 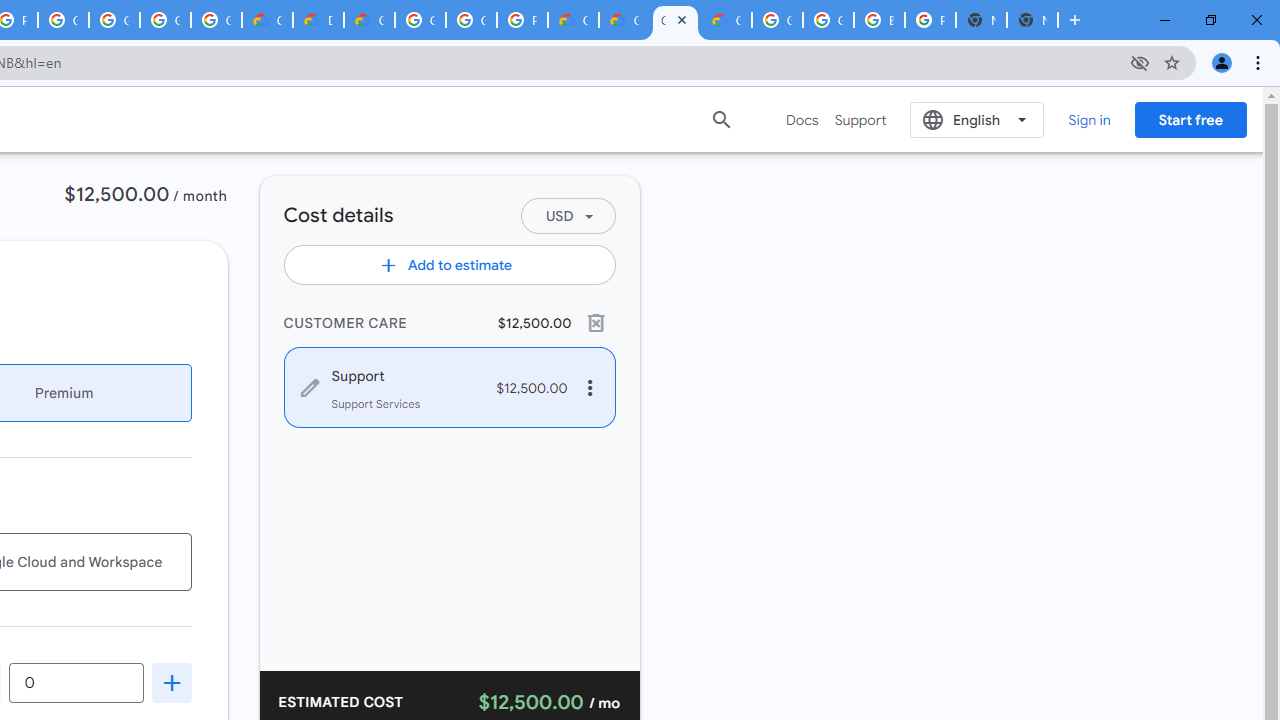 I want to click on 'New Tab', so click(x=1032, y=20).